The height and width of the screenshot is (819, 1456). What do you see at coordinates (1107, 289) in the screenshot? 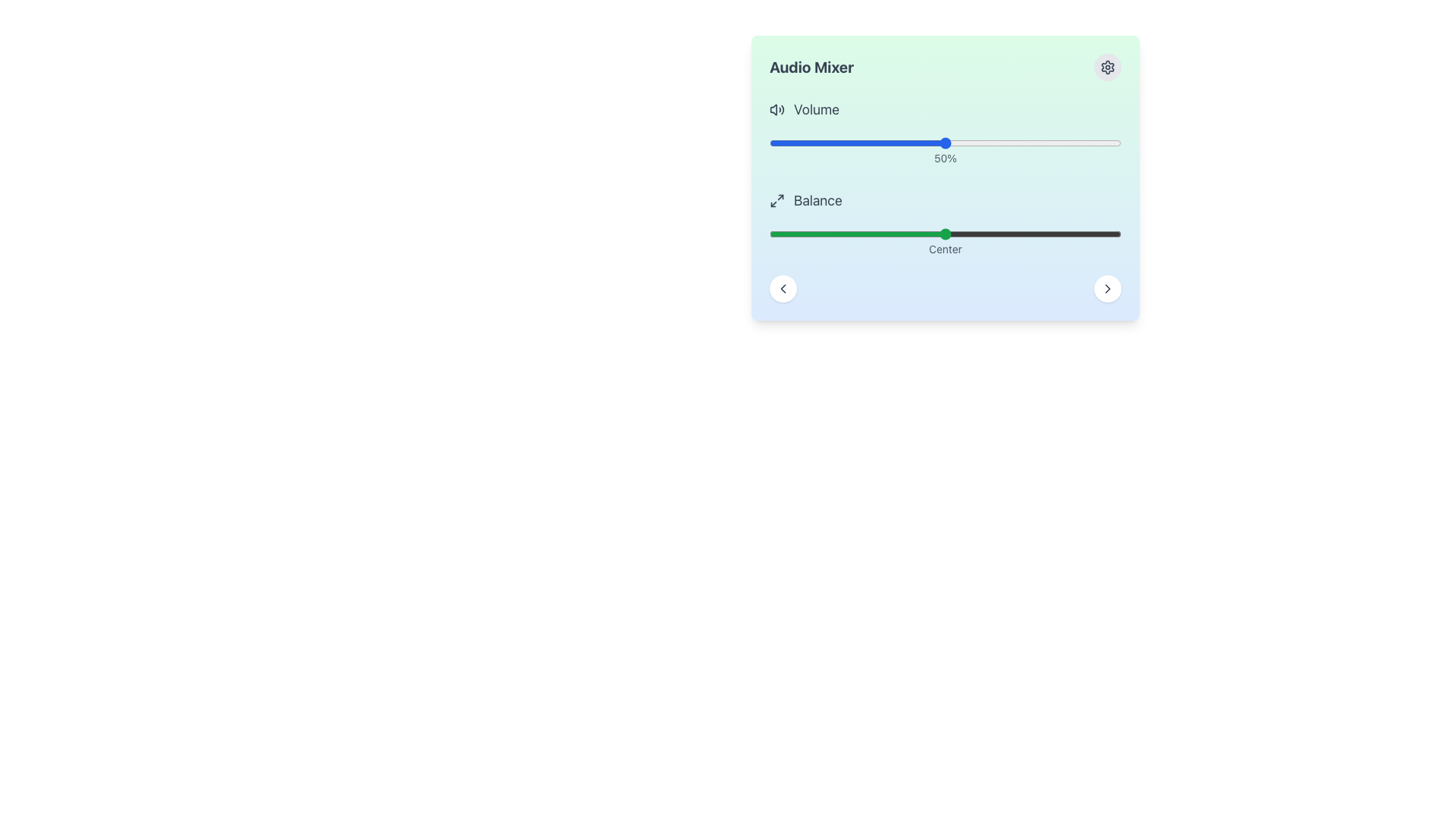
I see `the navigational SVG icon located in the bottom-right corner of the panel` at bounding box center [1107, 289].